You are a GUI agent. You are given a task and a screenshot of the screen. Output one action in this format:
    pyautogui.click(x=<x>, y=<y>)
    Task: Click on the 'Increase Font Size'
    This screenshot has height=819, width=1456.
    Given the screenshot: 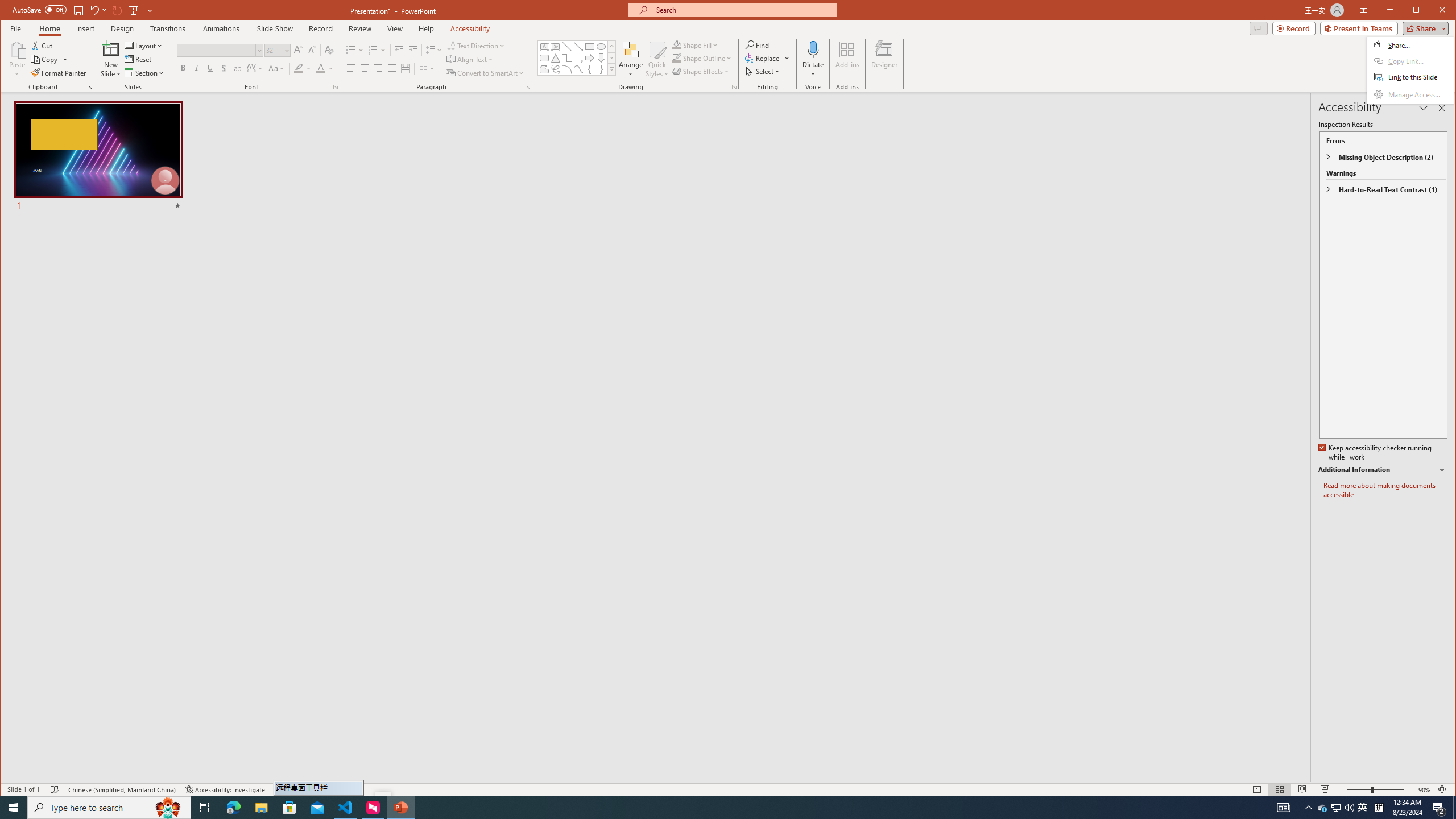 What is the action you would take?
    pyautogui.click(x=297, y=49)
    